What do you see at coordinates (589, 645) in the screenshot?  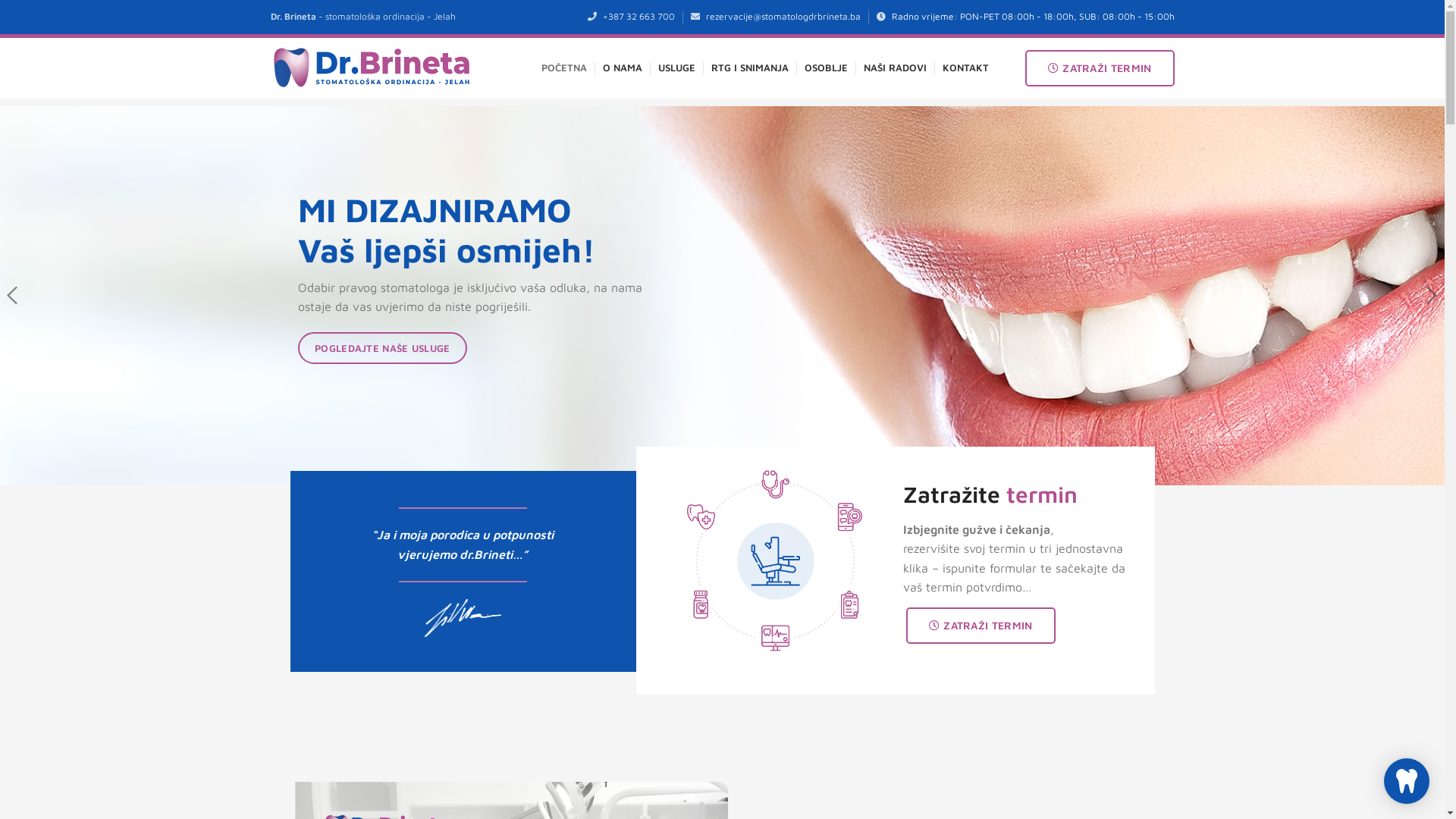 I see `'USLUGE'` at bounding box center [589, 645].